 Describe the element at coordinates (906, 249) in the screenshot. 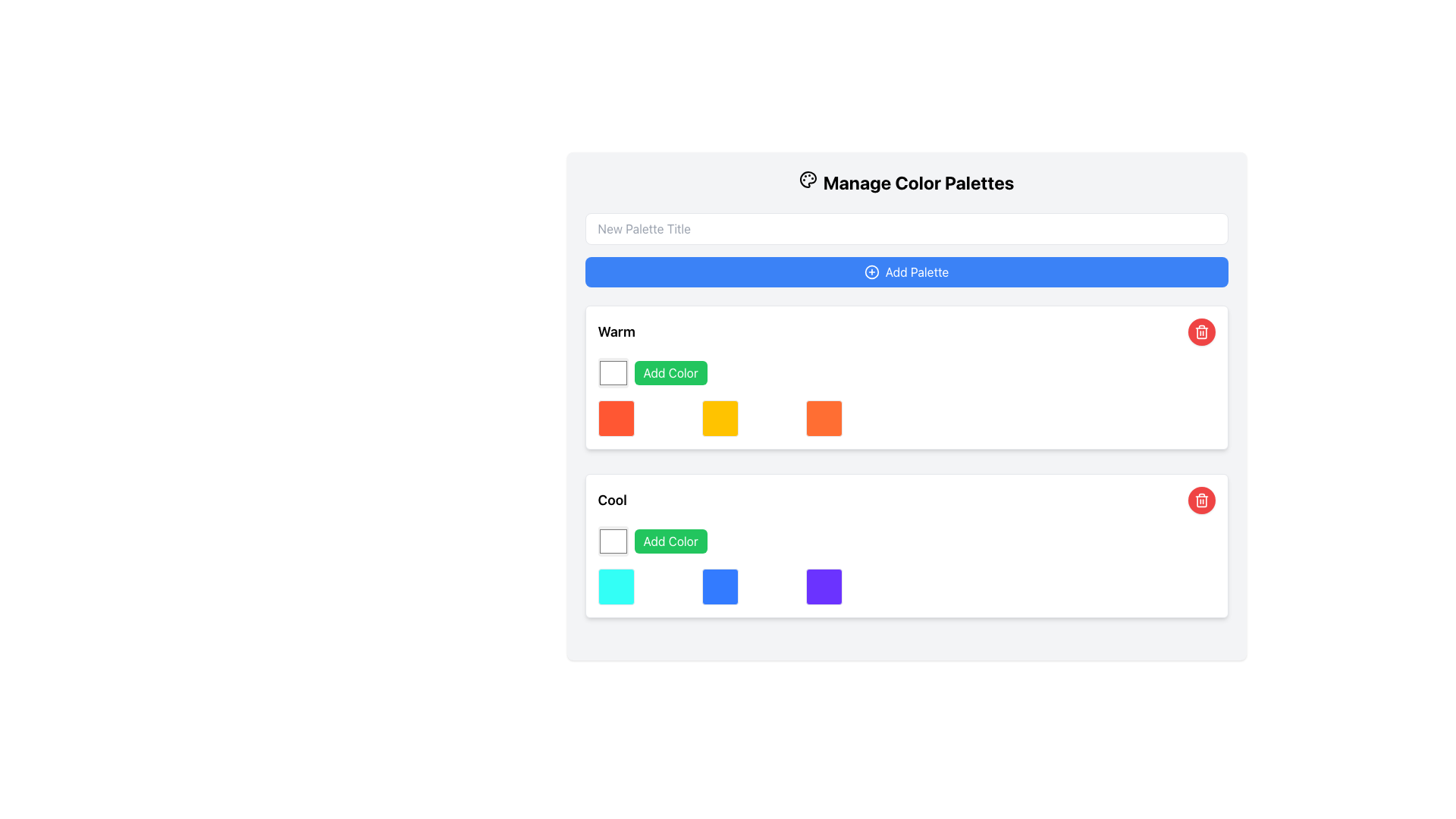

I see `the 'Add Palette' button located in the 'Manage Color Palettes' panel` at that location.